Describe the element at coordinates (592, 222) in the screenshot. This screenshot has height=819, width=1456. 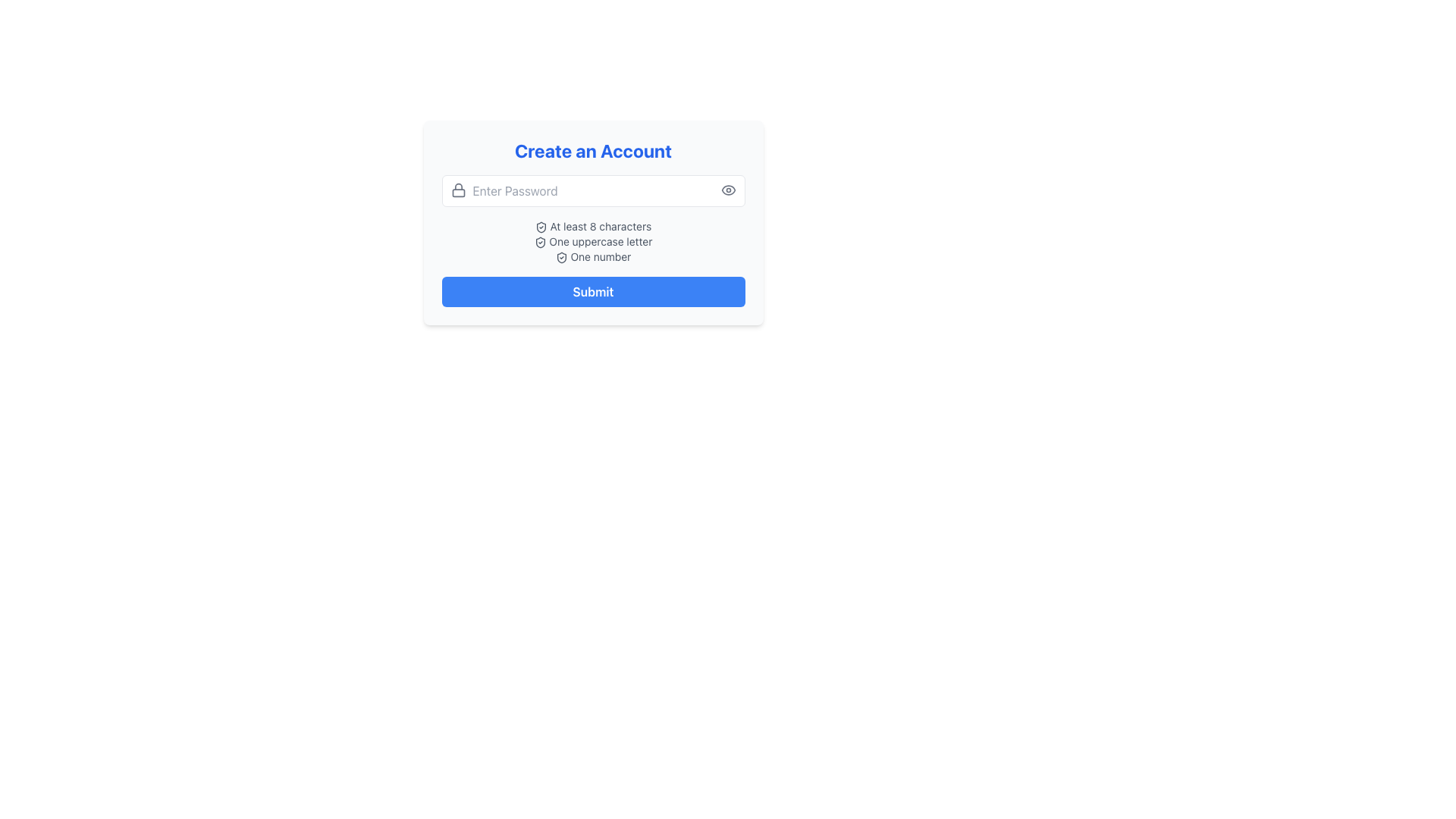
I see `the text or icons within the password creation section, which is centrally located below the 'Create an Account' title and above the 'Submit' button` at that location.